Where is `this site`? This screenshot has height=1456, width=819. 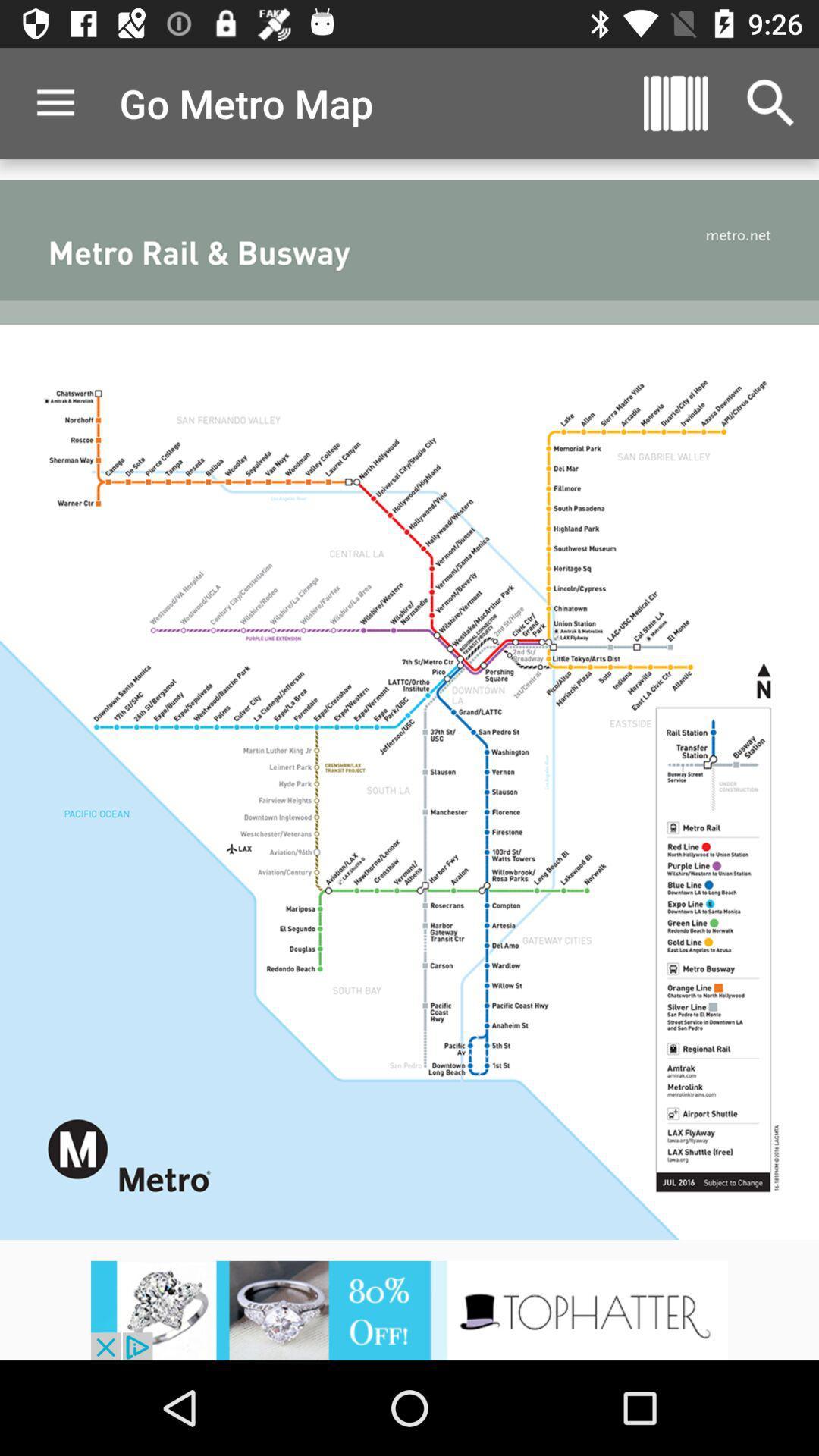 this site is located at coordinates (409, 1310).